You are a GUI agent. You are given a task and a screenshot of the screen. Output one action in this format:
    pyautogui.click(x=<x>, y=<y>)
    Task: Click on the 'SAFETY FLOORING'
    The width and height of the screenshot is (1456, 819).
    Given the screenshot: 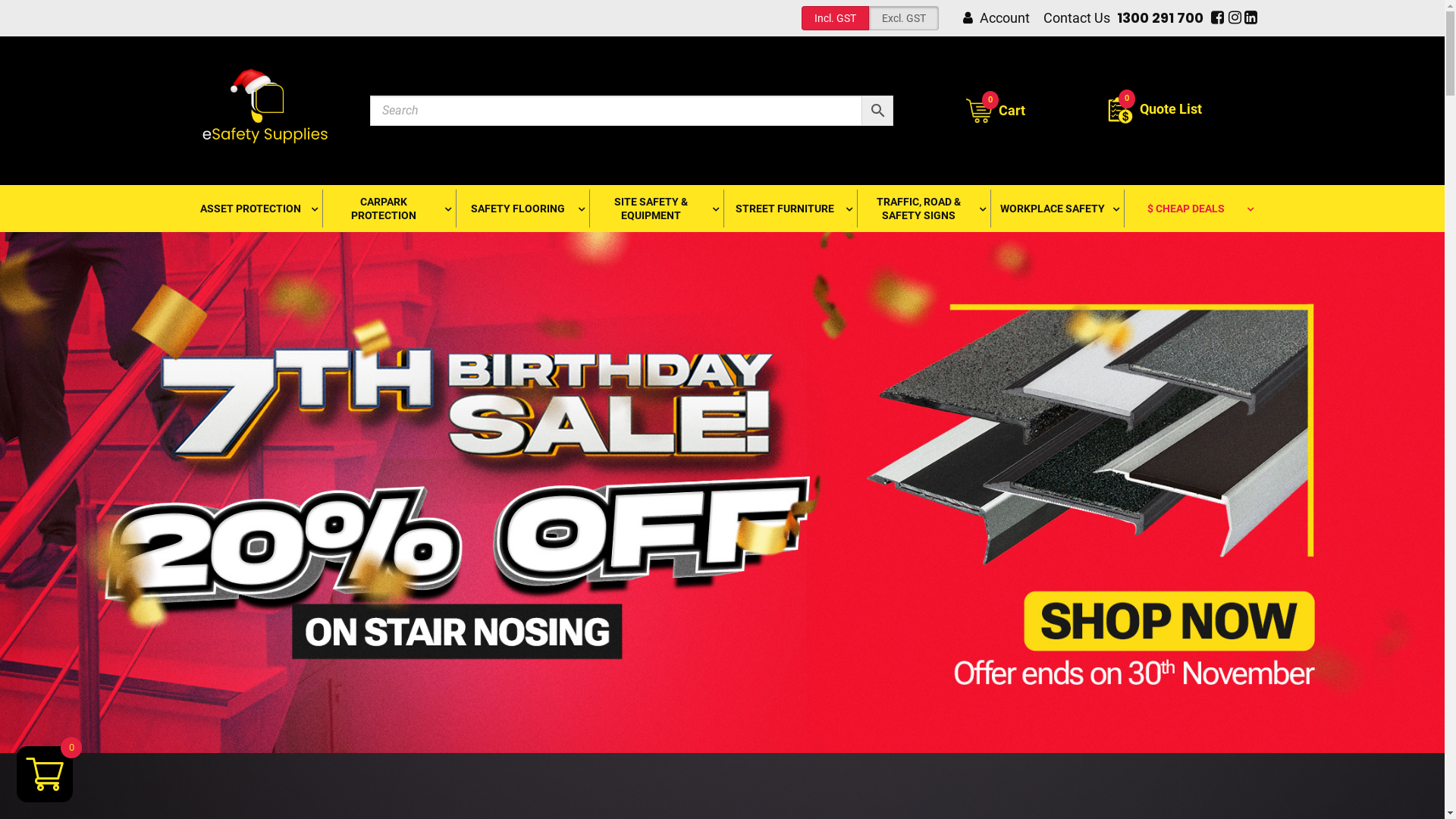 What is the action you would take?
    pyautogui.click(x=454, y=208)
    